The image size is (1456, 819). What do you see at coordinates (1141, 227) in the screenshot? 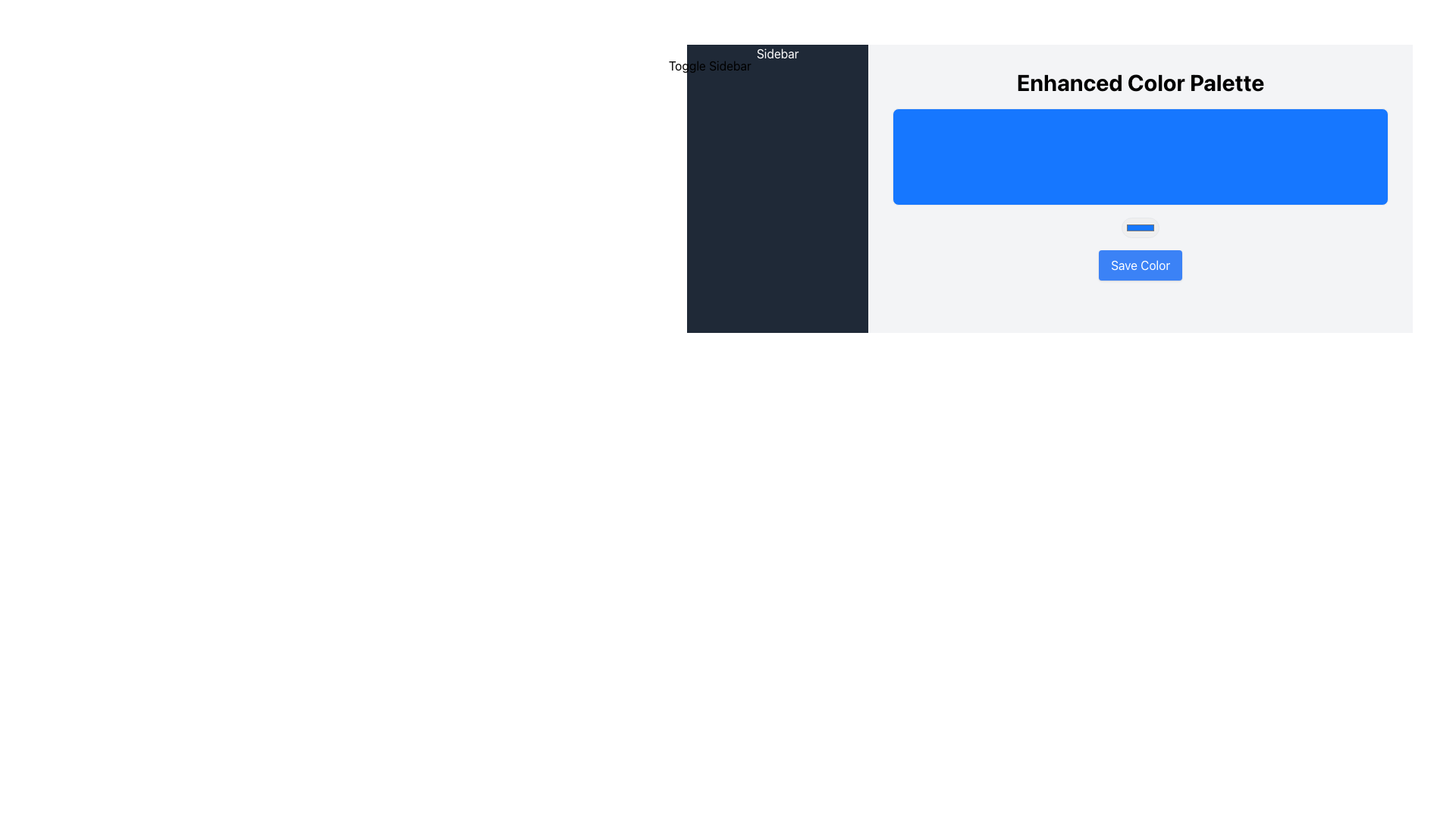
I see `the color picker button located under the large blue rectangle and above the 'Save Color' button` at bounding box center [1141, 227].